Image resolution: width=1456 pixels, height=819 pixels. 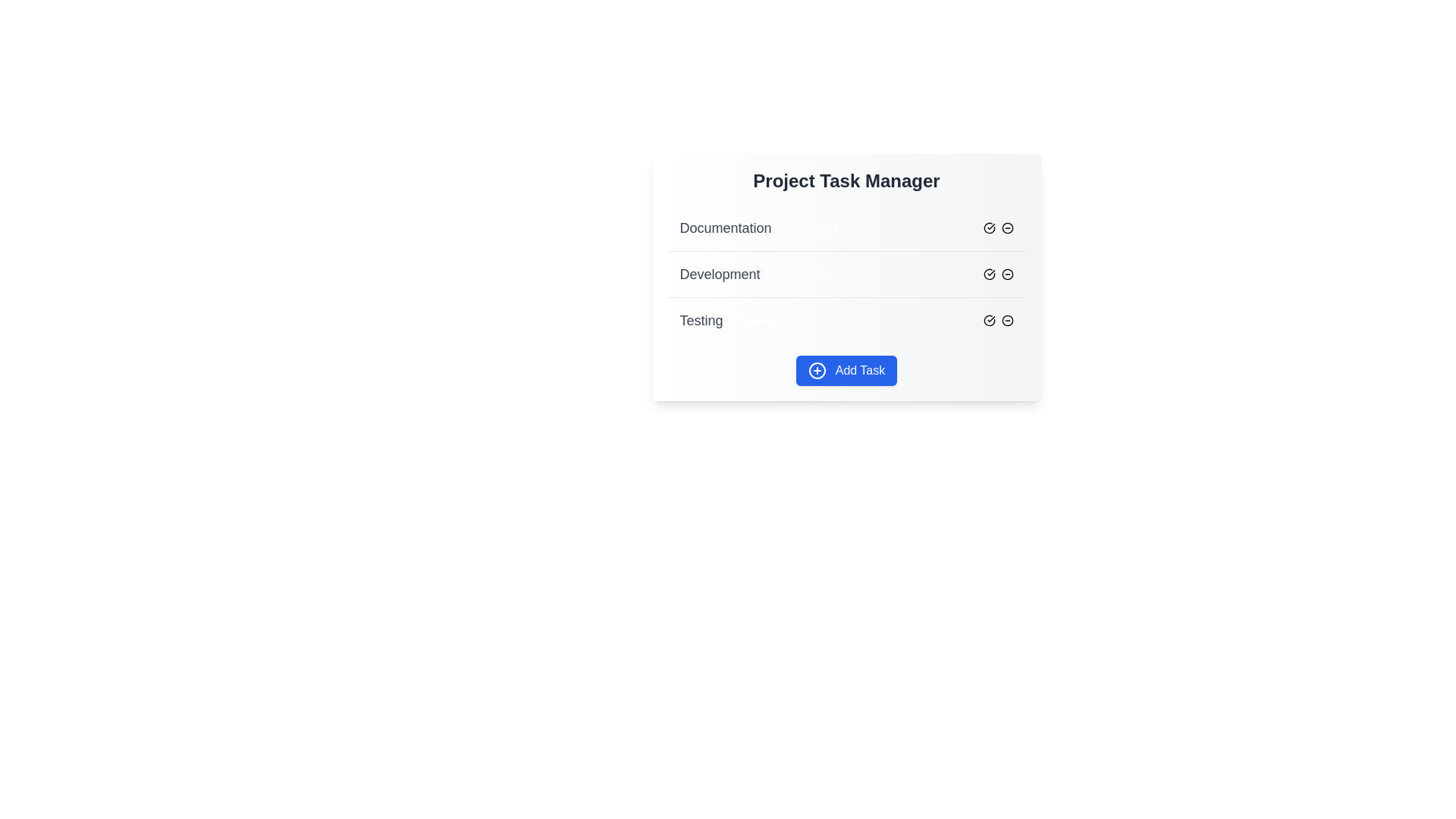 I want to click on the second row of the task list in the Project Task Manager, which displays task information including status and options, so click(x=846, y=278).